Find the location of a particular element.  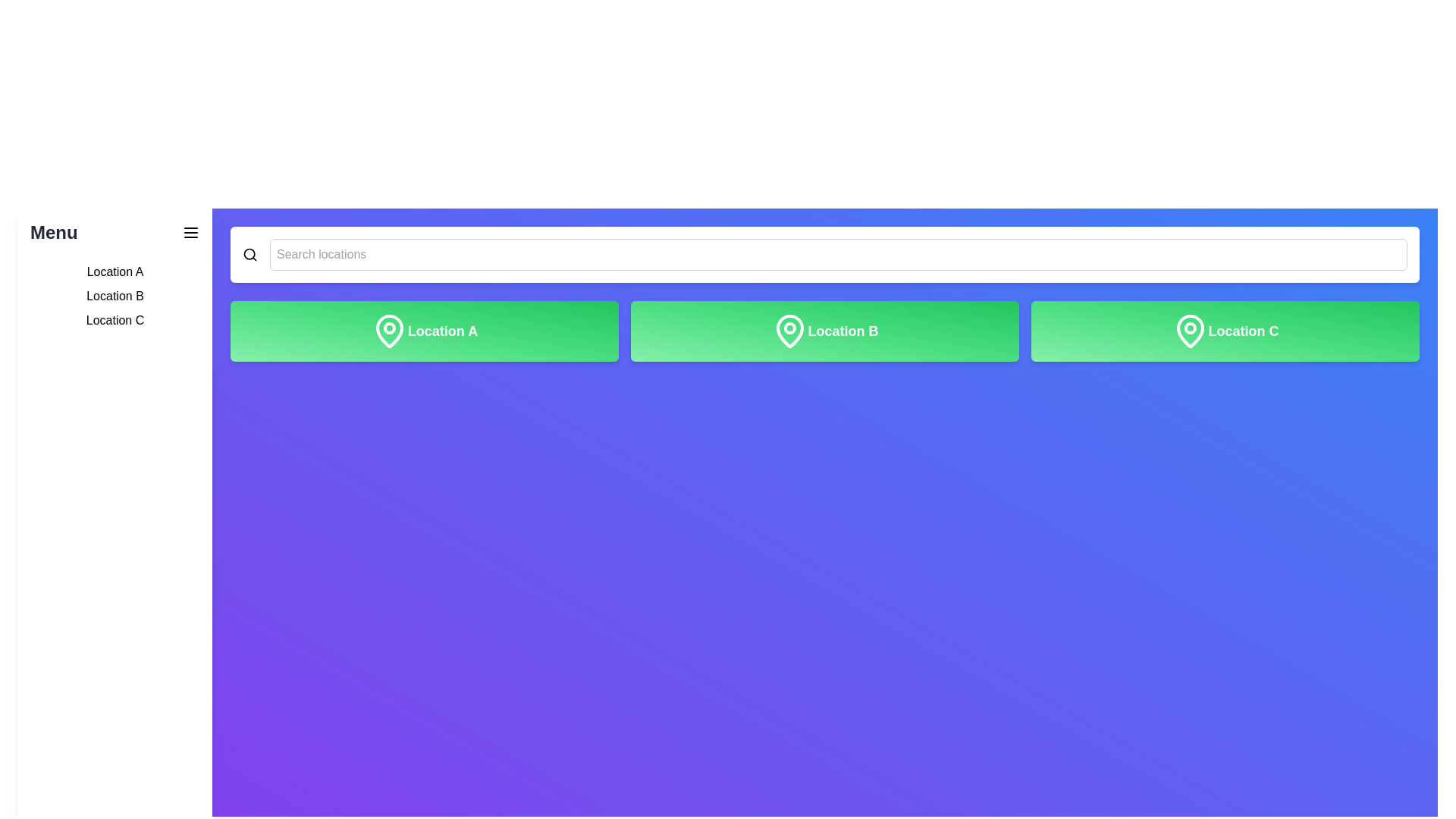

the search icon resembling a magnifying glass located in the top-right corner of the UI to initiate a search is located at coordinates (250, 253).